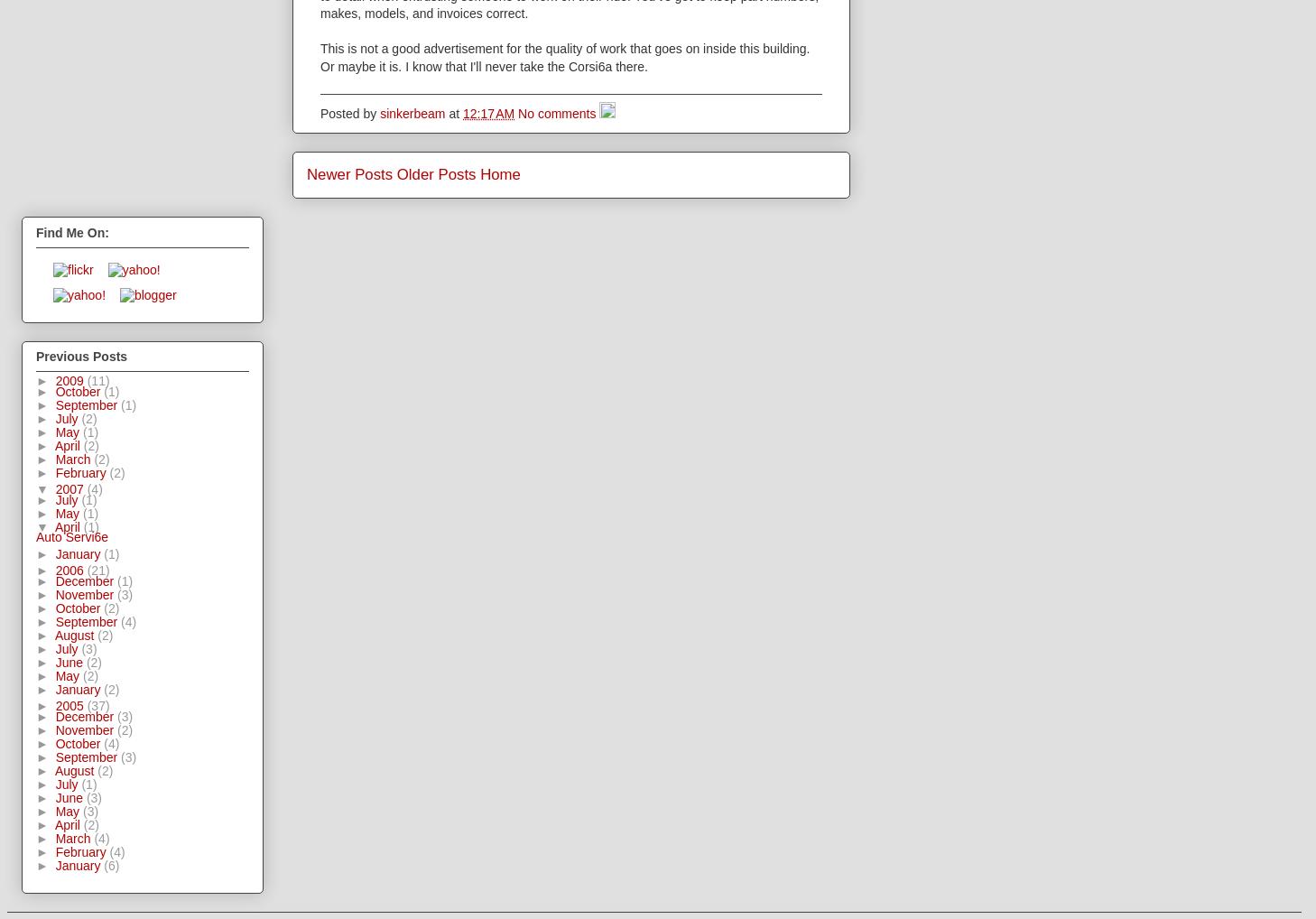 The width and height of the screenshot is (1316, 919). Describe the element at coordinates (559, 113) in the screenshot. I see `'No comments'` at that location.